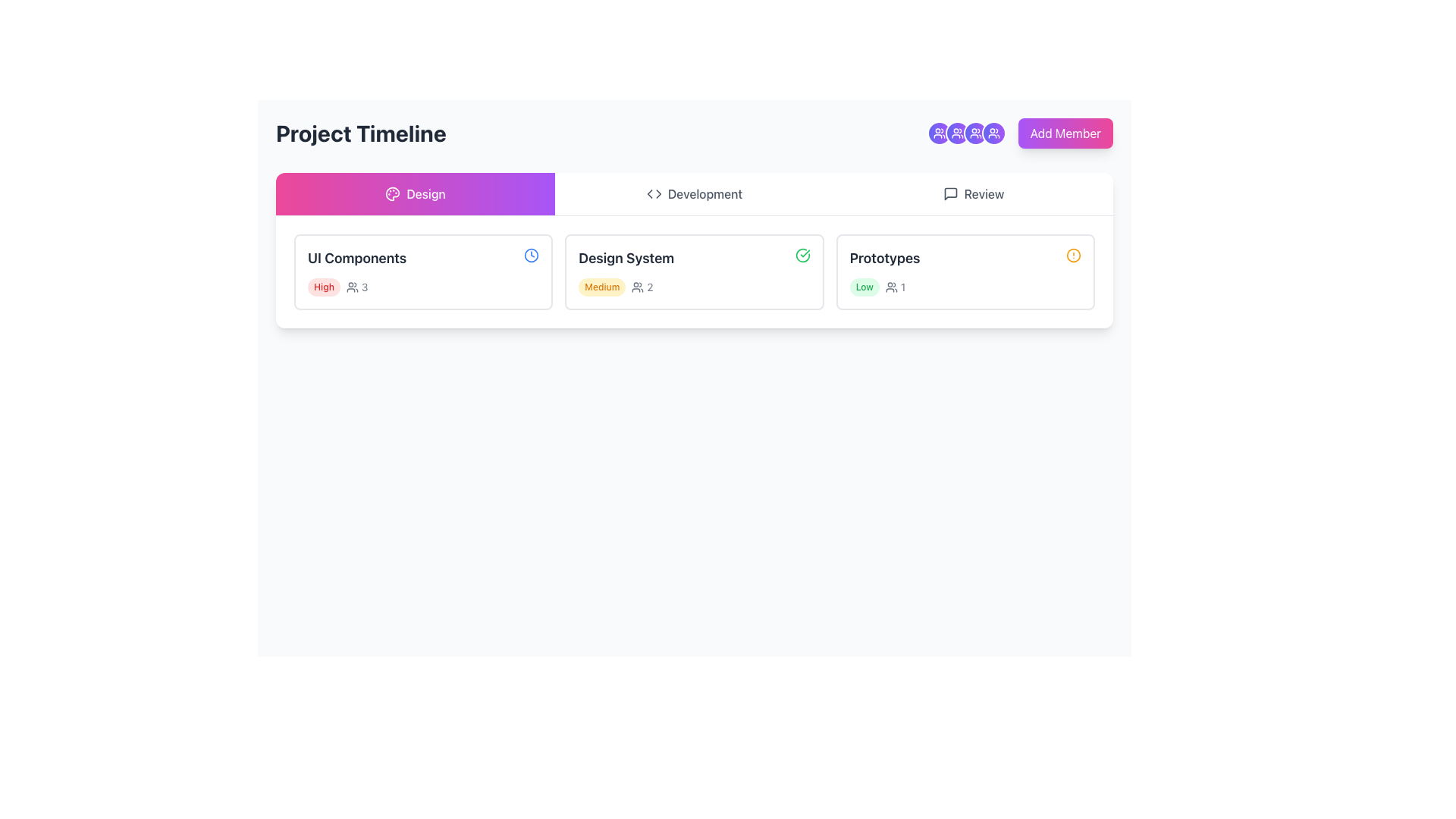 Image resolution: width=1456 pixels, height=819 pixels. Describe the element at coordinates (423, 271) in the screenshot. I see `the first card labeled 'UI Components' from the 'Design' tab in the 'Project Timeline' section` at that location.